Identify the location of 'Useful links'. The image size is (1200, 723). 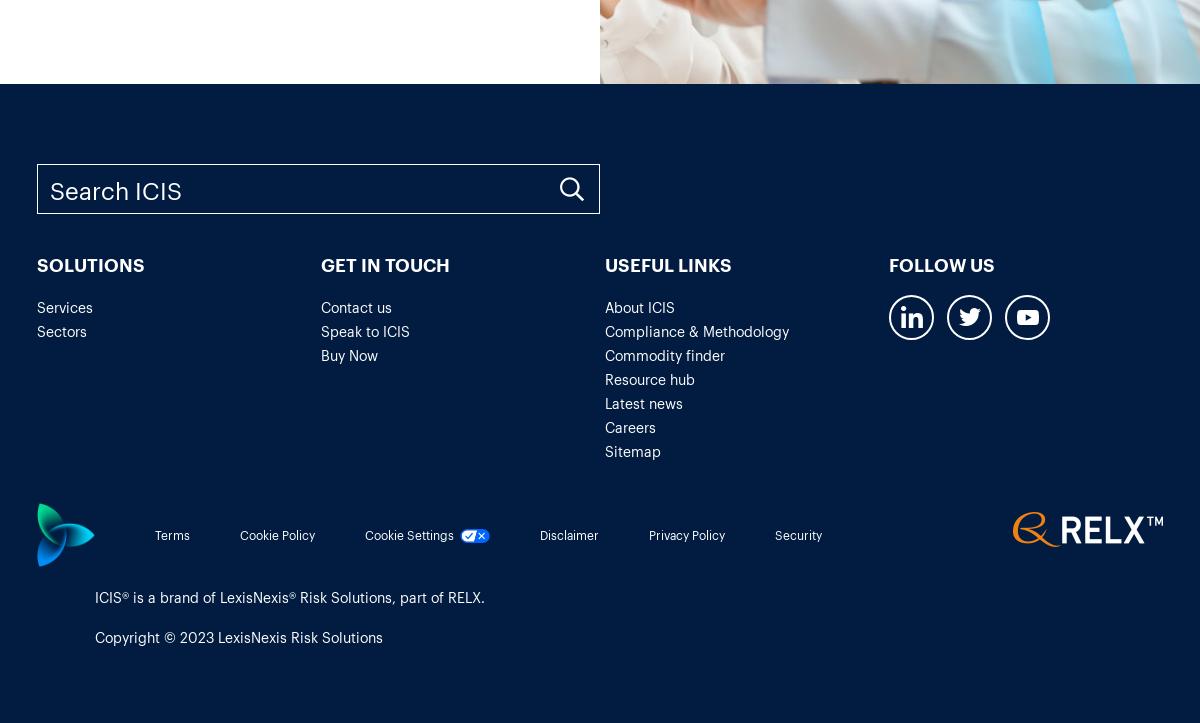
(668, 262).